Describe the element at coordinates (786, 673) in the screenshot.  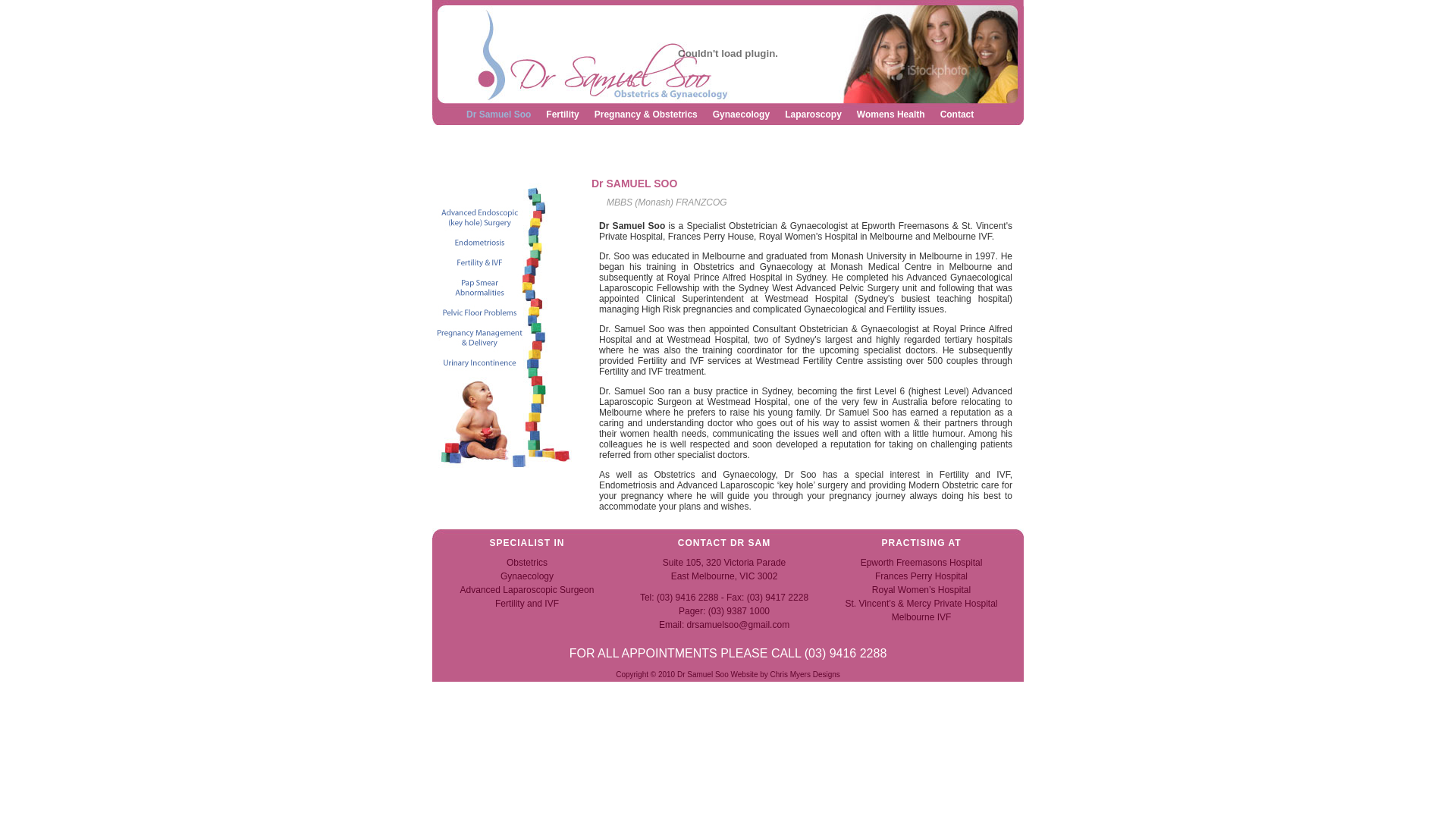
I see `'Website by Chris Myers Designs'` at that location.